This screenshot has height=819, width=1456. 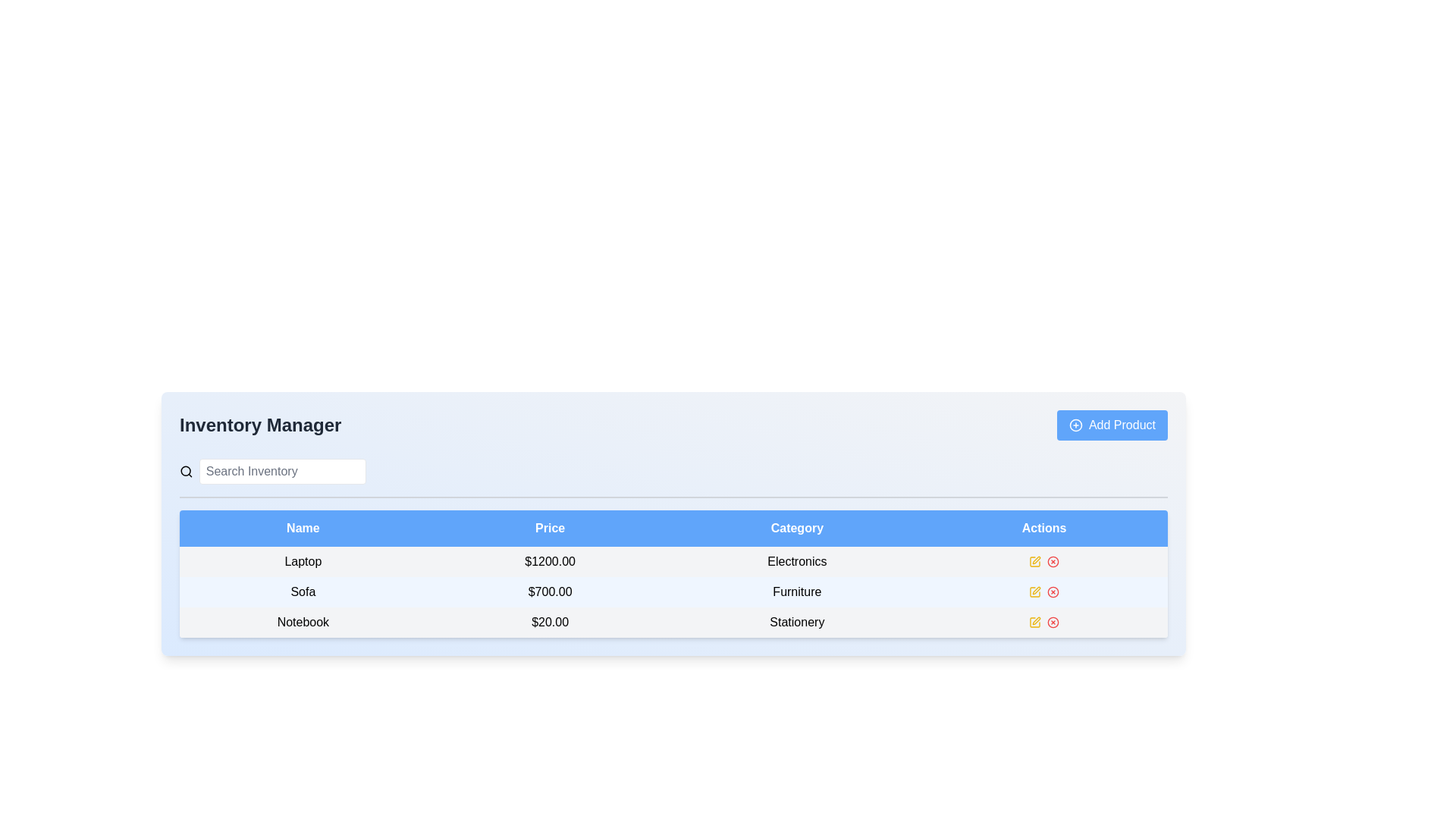 What do you see at coordinates (1034, 591) in the screenshot?
I see `the leftmost icon in the 'Actions' column of the second row` at bounding box center [1034, 591].